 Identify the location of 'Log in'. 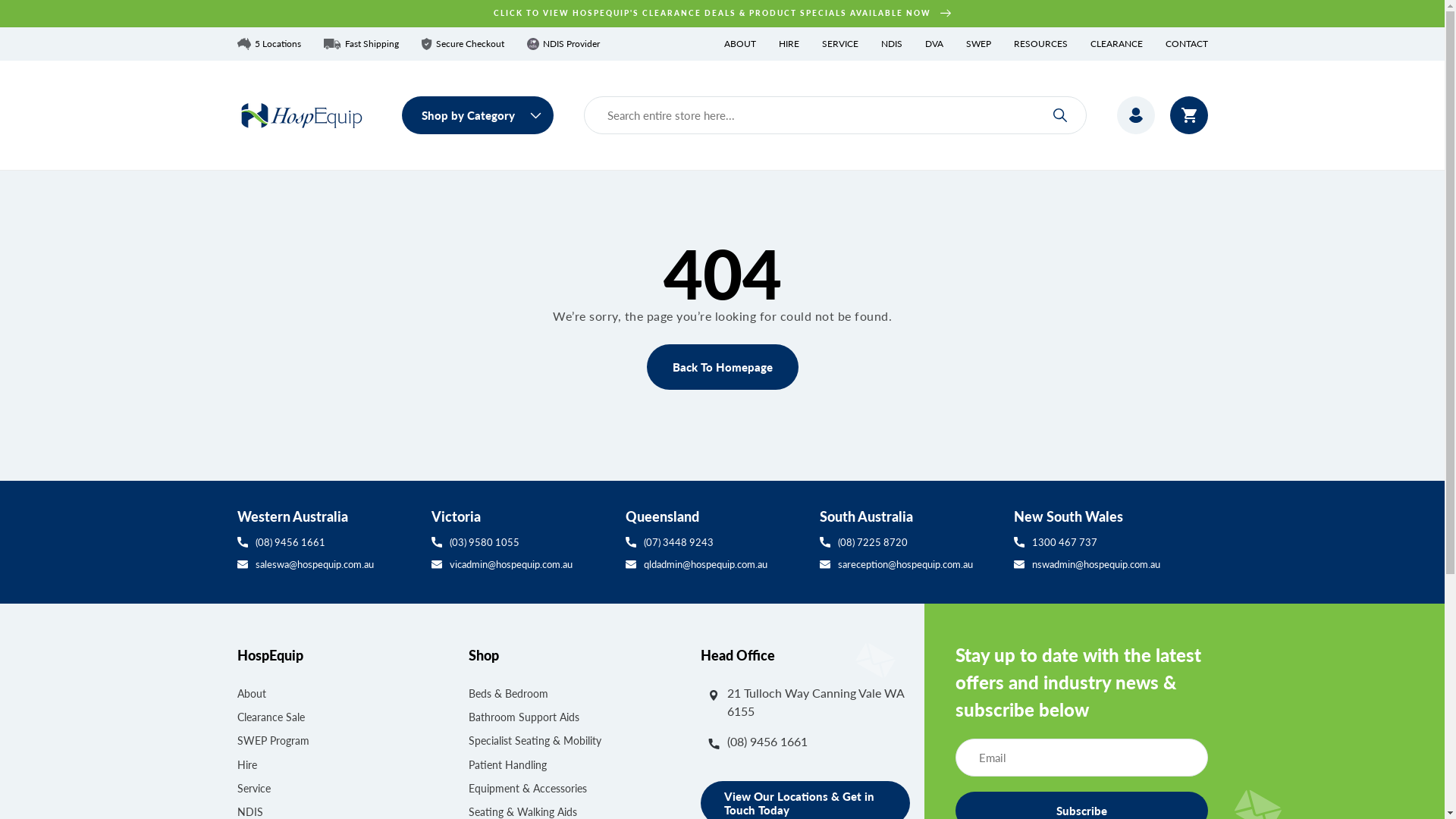
(1135, 114).